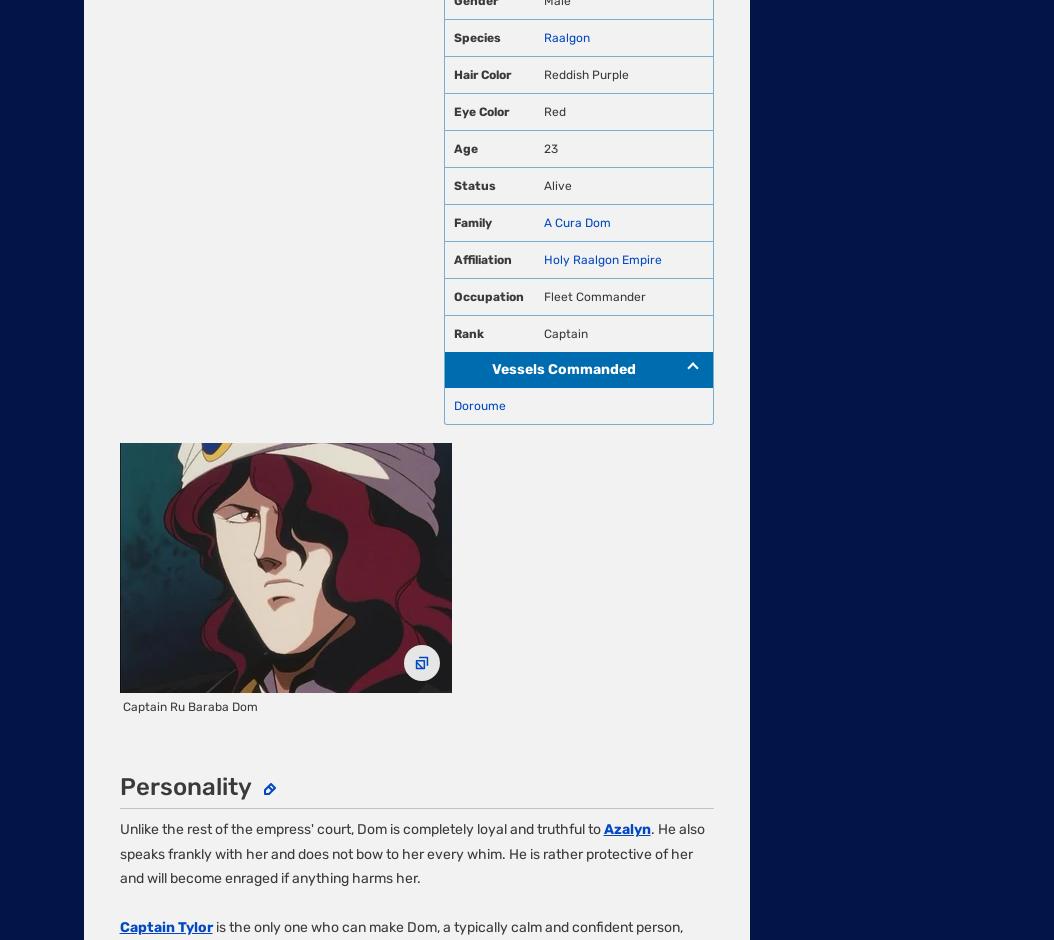 The image size is (1054, 940). I want to click on 'Local Sitemap', so click(476, 415).